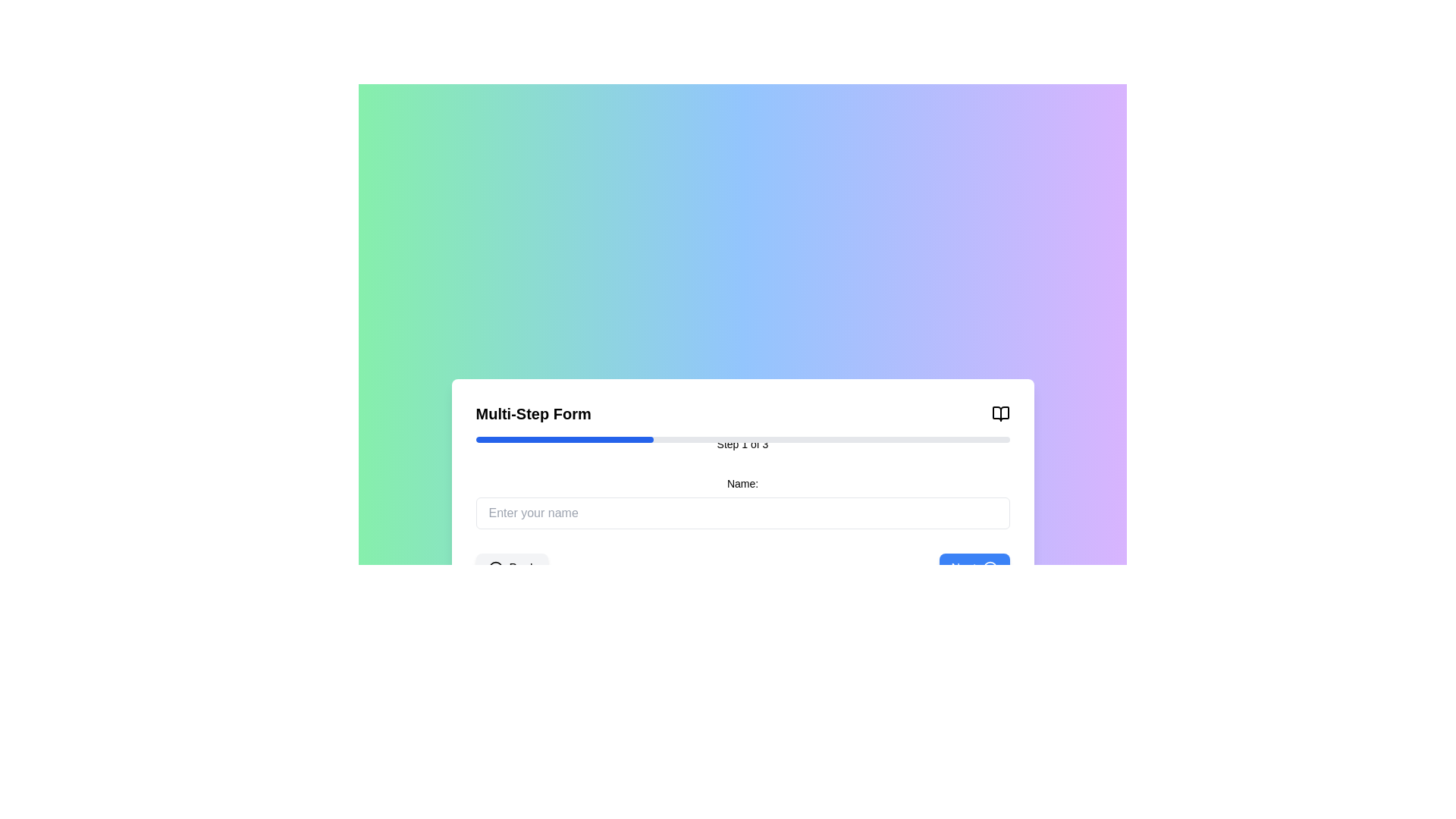  I want to click on the progress bar located below the heading 'Multi-Step Form' and above 'Step 1 of 3' to indicate the current step in the multi-step process, so click(742, 439).